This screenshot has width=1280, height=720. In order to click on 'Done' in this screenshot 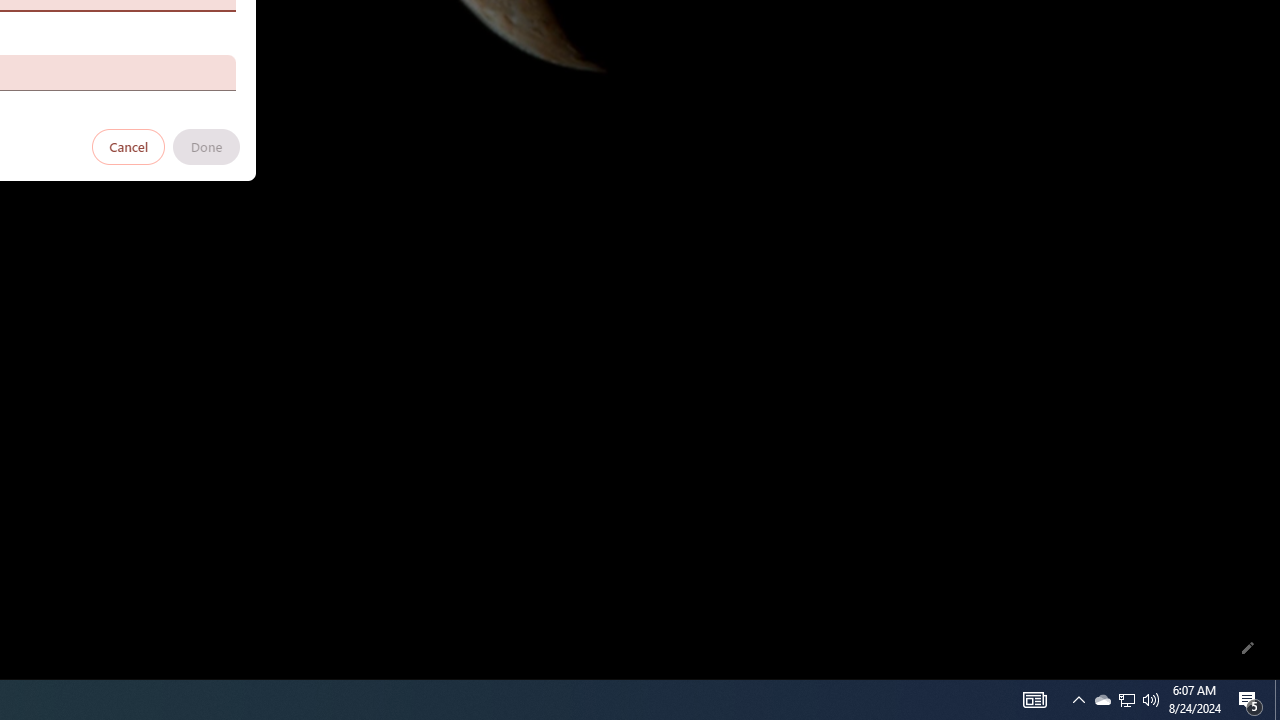, I will do `click(206, 145)`.